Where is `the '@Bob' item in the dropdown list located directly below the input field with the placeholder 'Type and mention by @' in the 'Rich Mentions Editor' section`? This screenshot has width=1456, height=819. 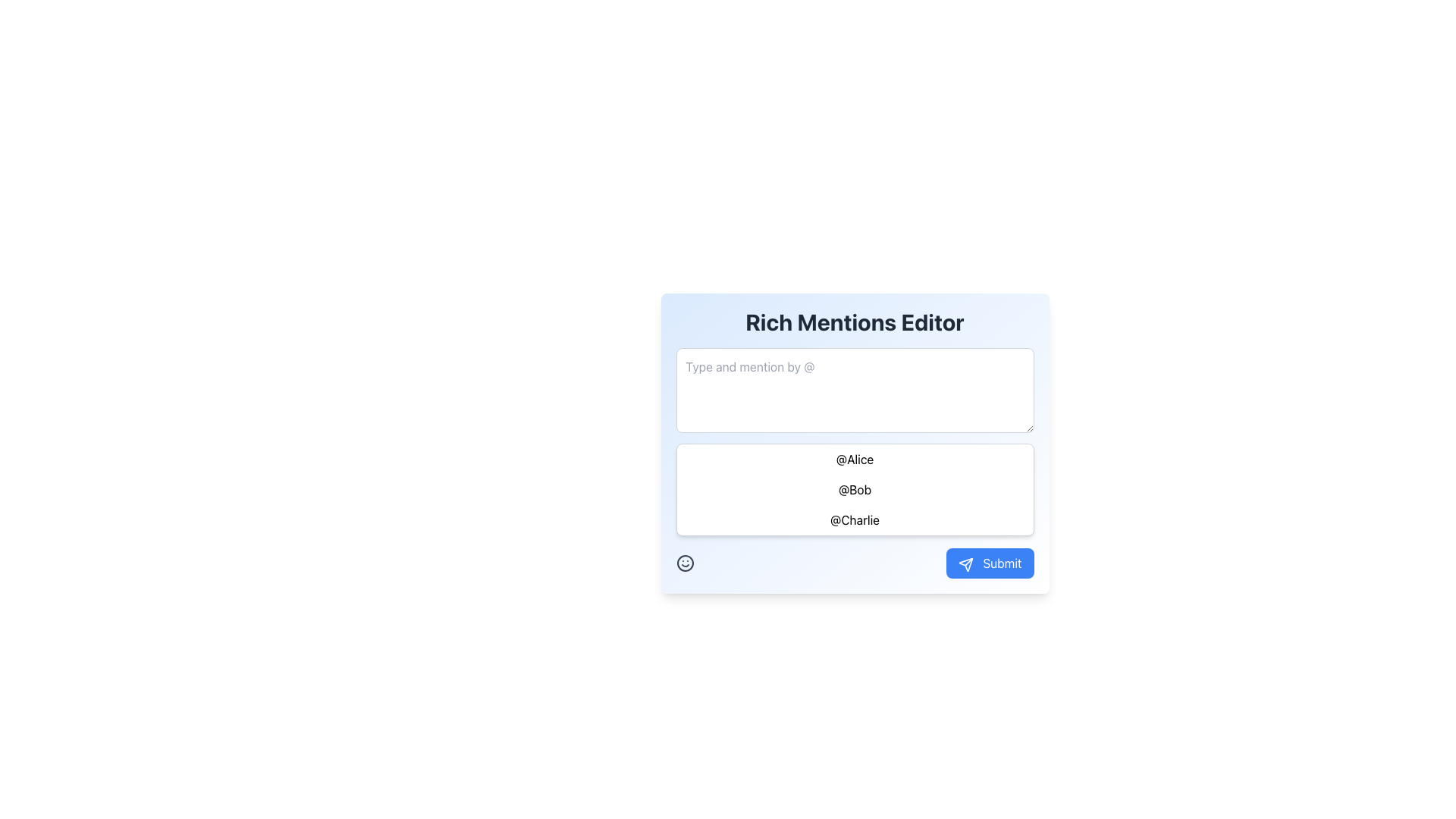
the '@Bob' item in the dropdown list located directly below the input field with the placeholder 'Type and mention by @' in the 'Rich Mentions Editor' section is located at coordinates (855, 489).